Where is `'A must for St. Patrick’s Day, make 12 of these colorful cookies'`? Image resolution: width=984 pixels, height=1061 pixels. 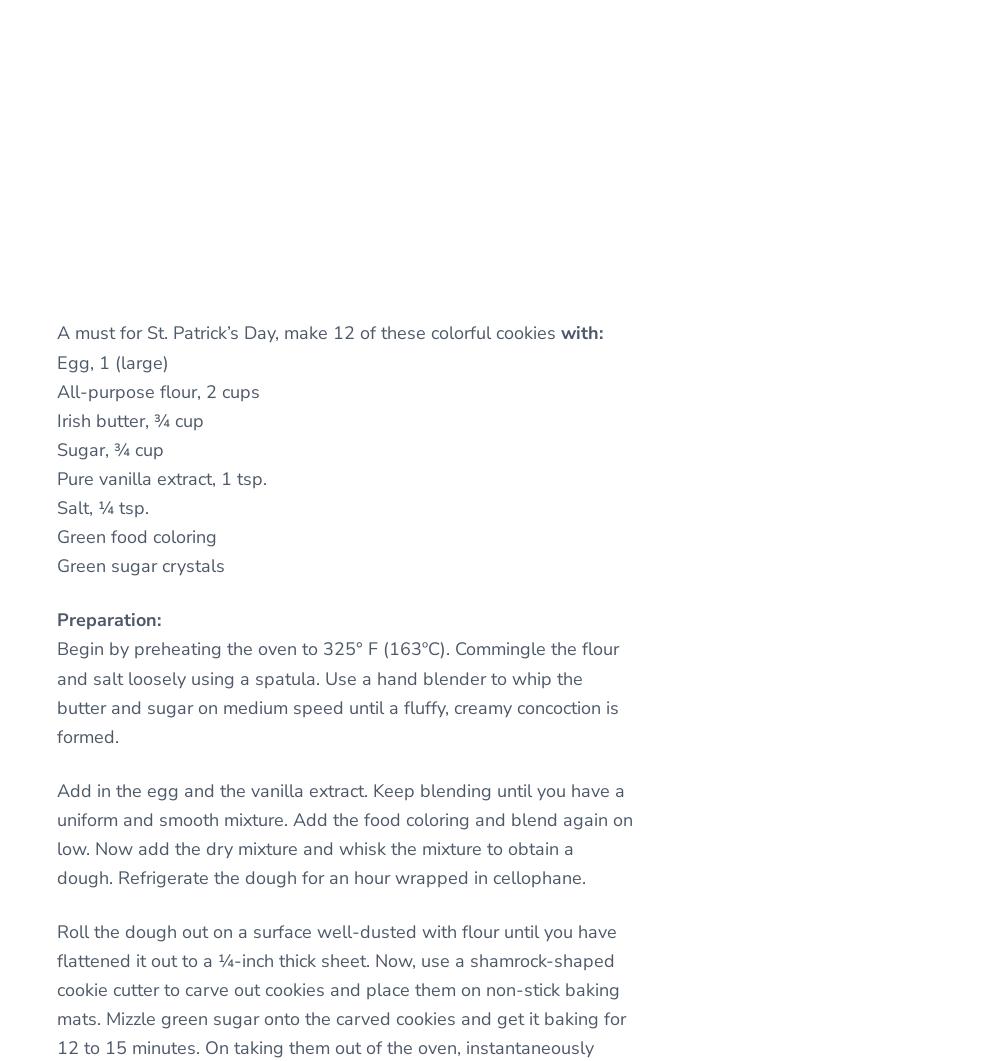
'A must for St. Patrick’s Day, make 12 of these colorful cookies' is located at coordinates (55, 332).